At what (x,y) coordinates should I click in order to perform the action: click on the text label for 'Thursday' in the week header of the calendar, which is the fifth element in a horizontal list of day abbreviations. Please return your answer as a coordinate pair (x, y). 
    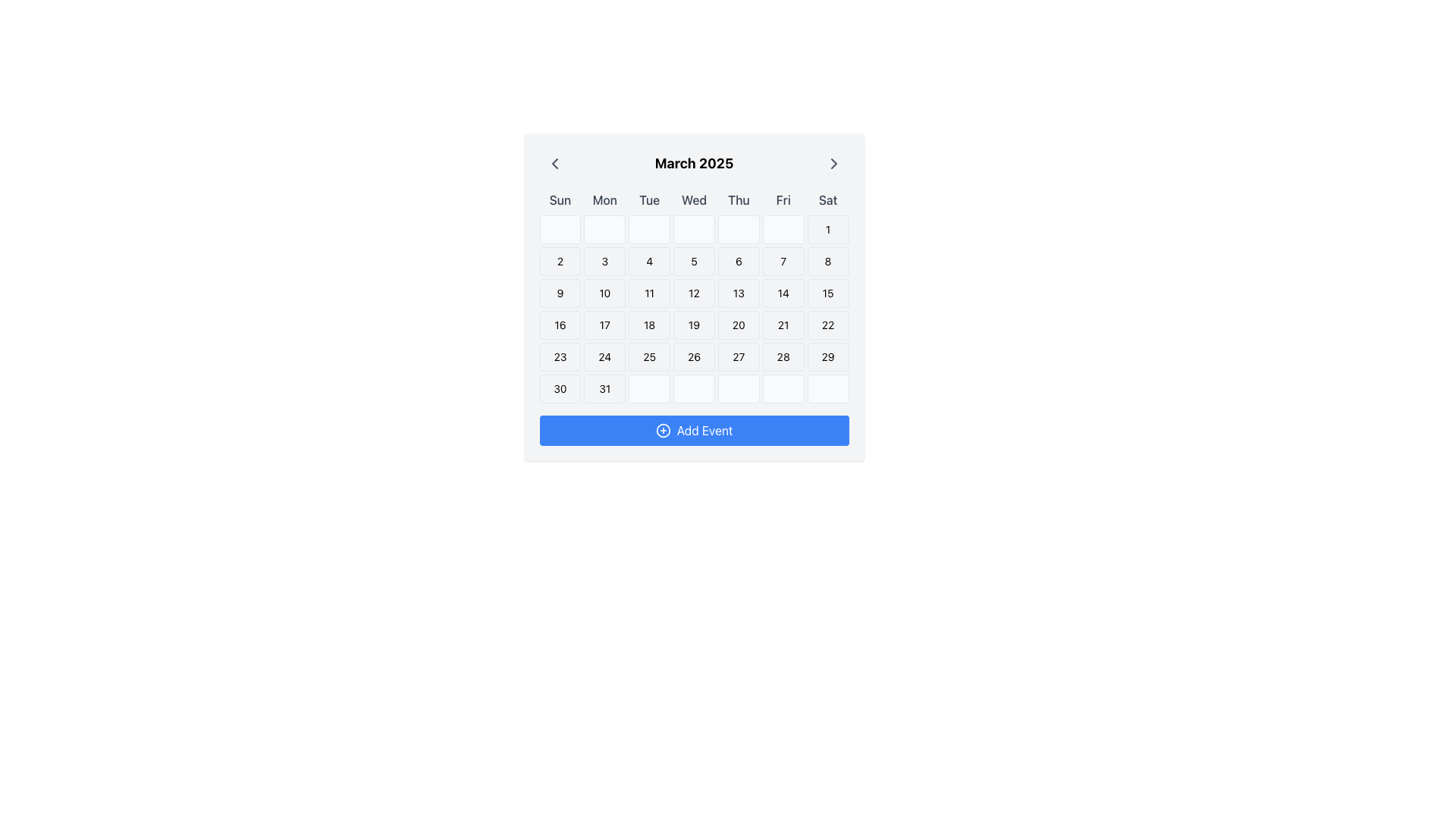
    Looking at the image, I should click on (739, 199).